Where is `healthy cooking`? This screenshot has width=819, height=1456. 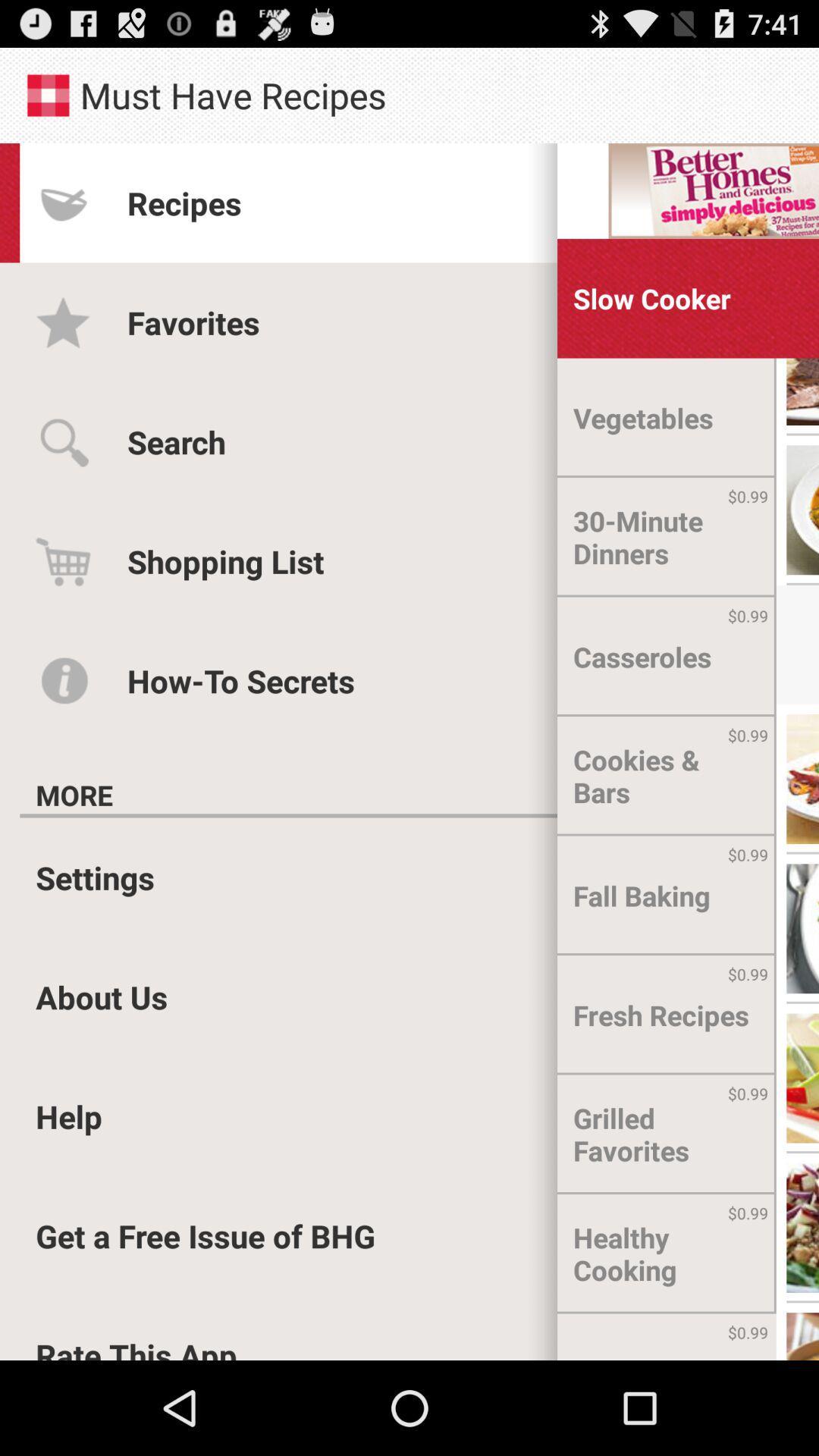 healthy cooking is located at coordinates (666, 1254).